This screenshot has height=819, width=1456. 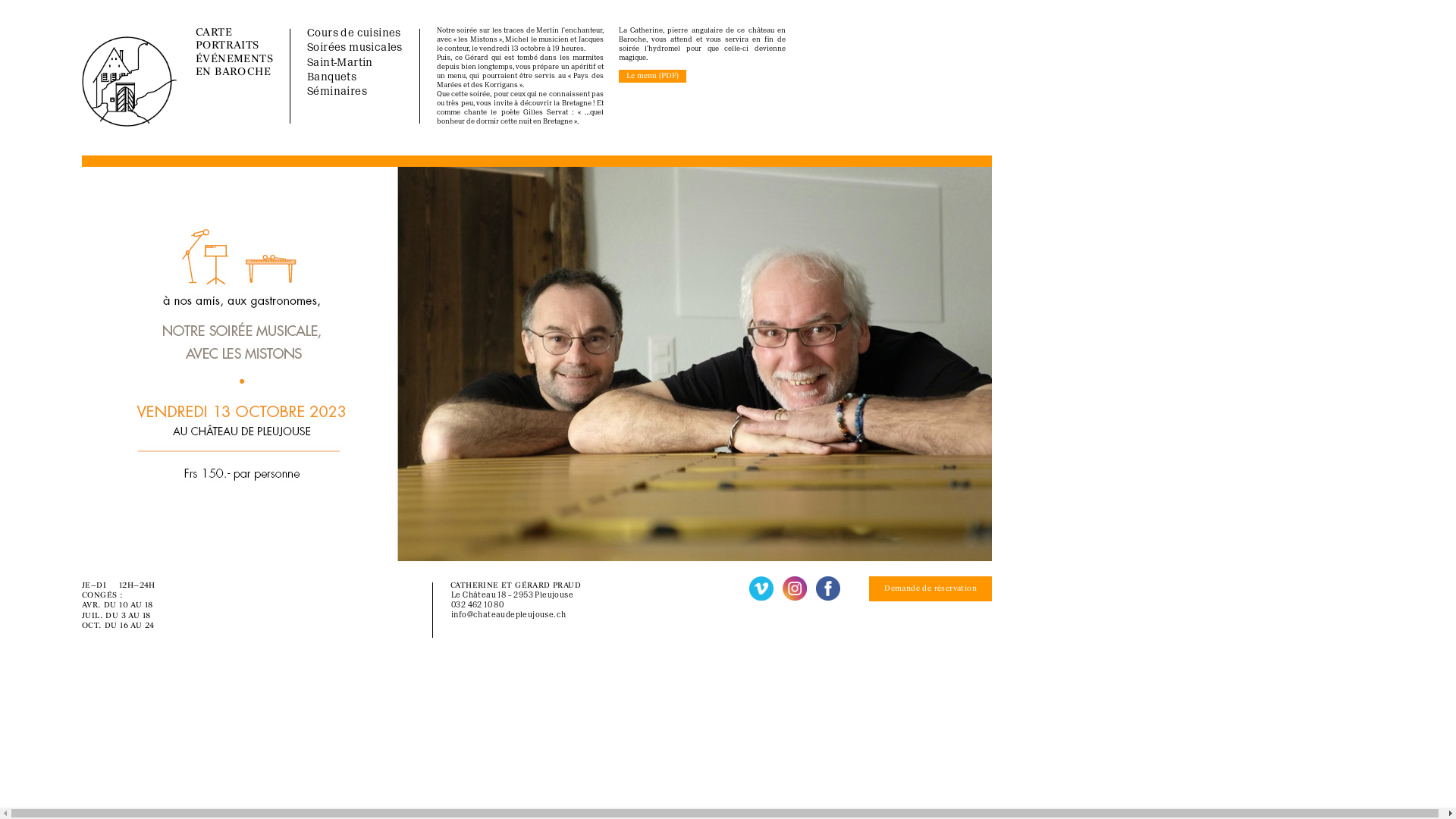 I want to click on 'Le menu (PDF)', so click(x=652, y=76).